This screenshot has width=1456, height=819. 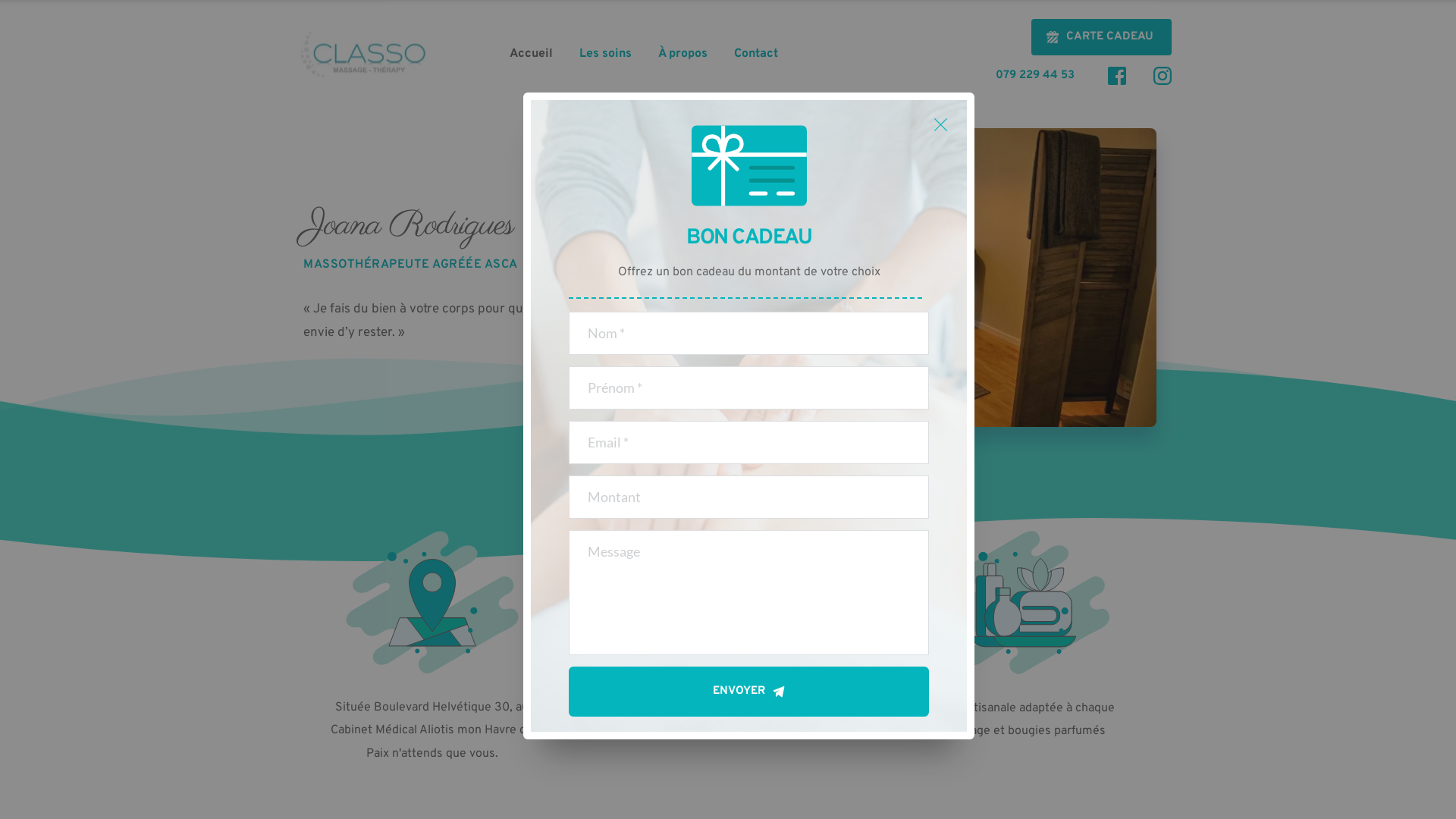 I want to click on 'CARTE CADEAU ', so click(x=1101, y=36).